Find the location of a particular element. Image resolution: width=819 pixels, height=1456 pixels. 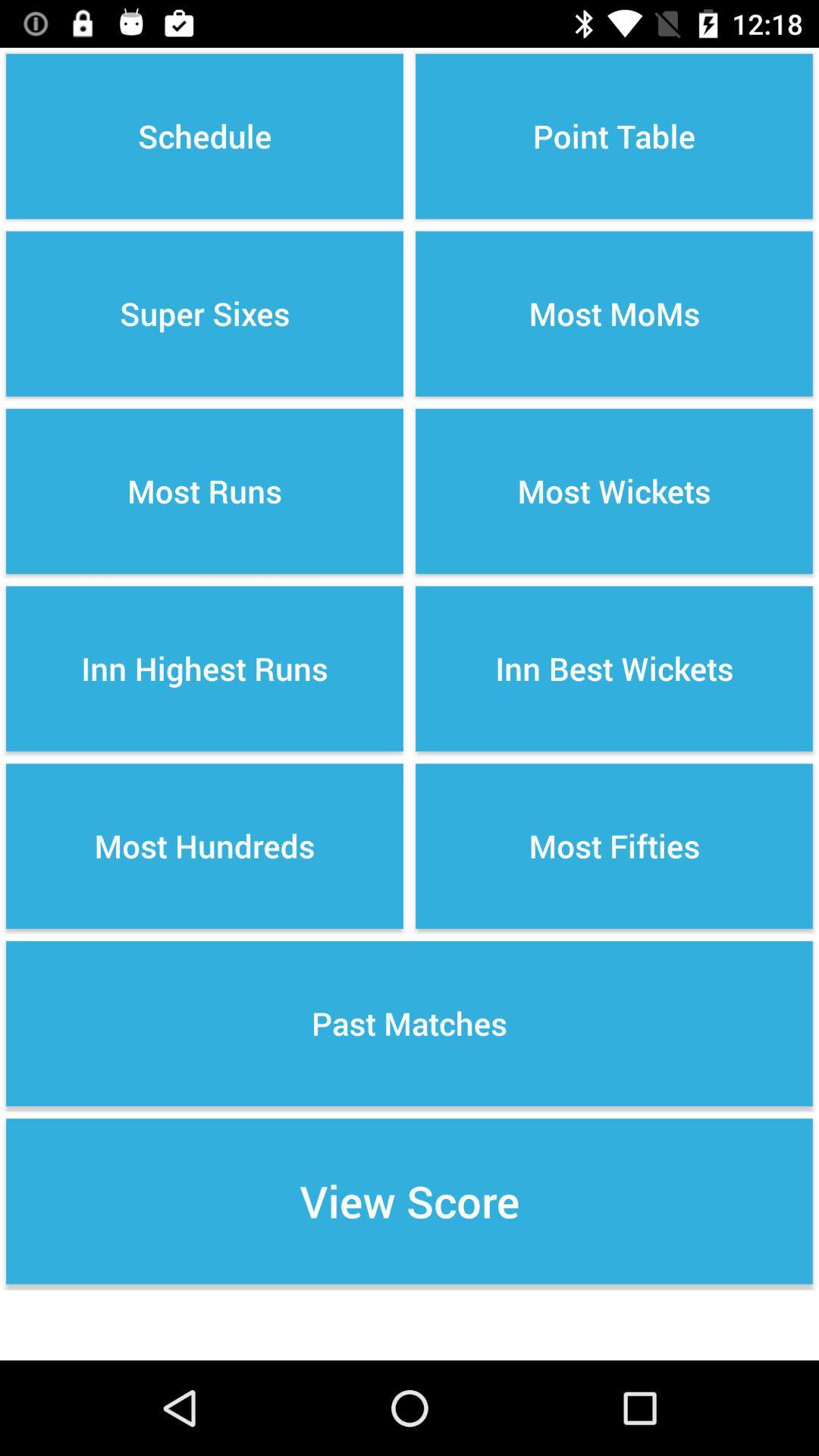

om most hundreds is located at coordinates (205, 845).